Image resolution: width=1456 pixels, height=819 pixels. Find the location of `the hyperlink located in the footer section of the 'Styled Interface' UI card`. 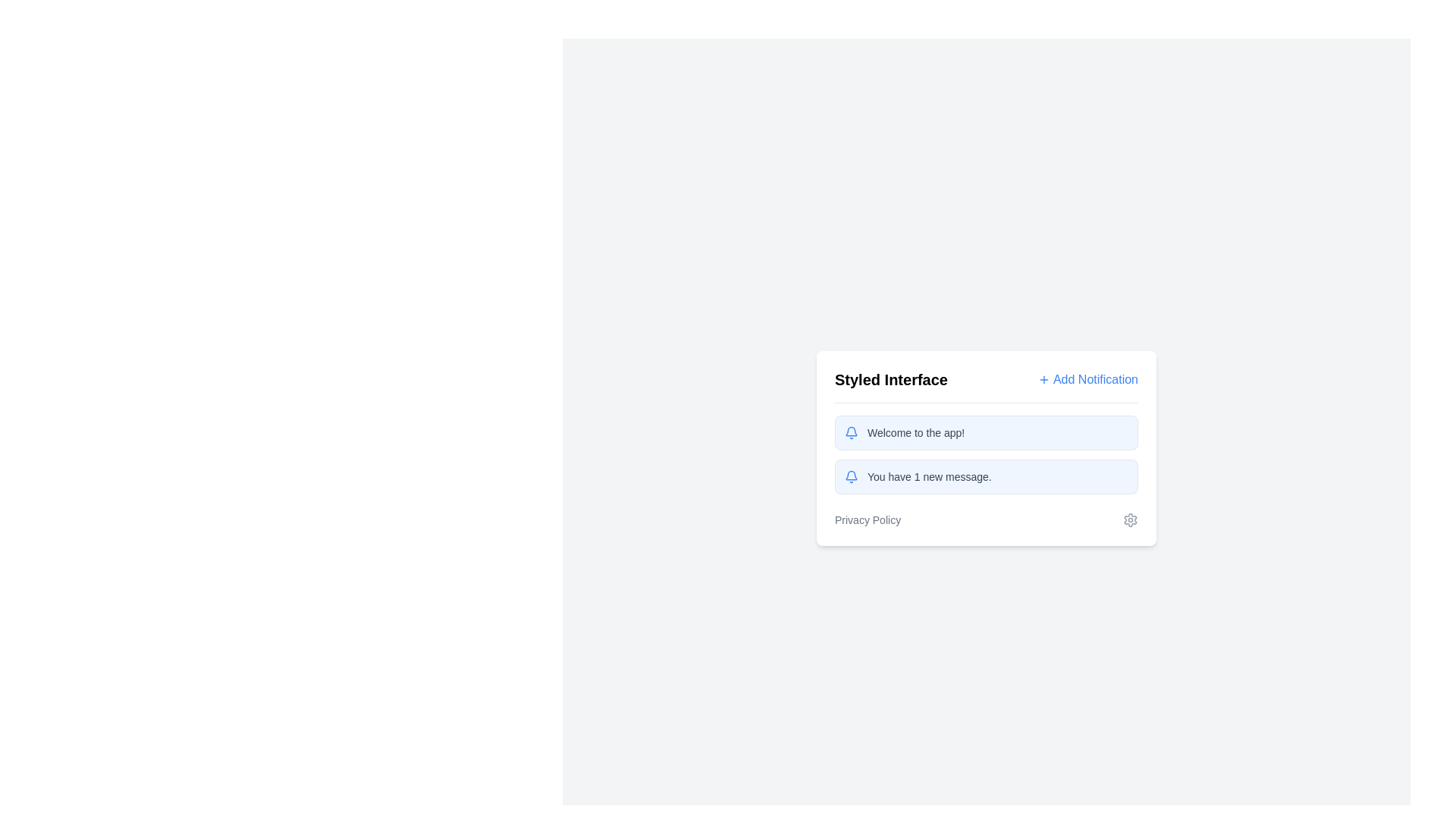

the hyperlink located in the footer section of the 'Styled Interface' UI card is located at coordinates (868, 519).